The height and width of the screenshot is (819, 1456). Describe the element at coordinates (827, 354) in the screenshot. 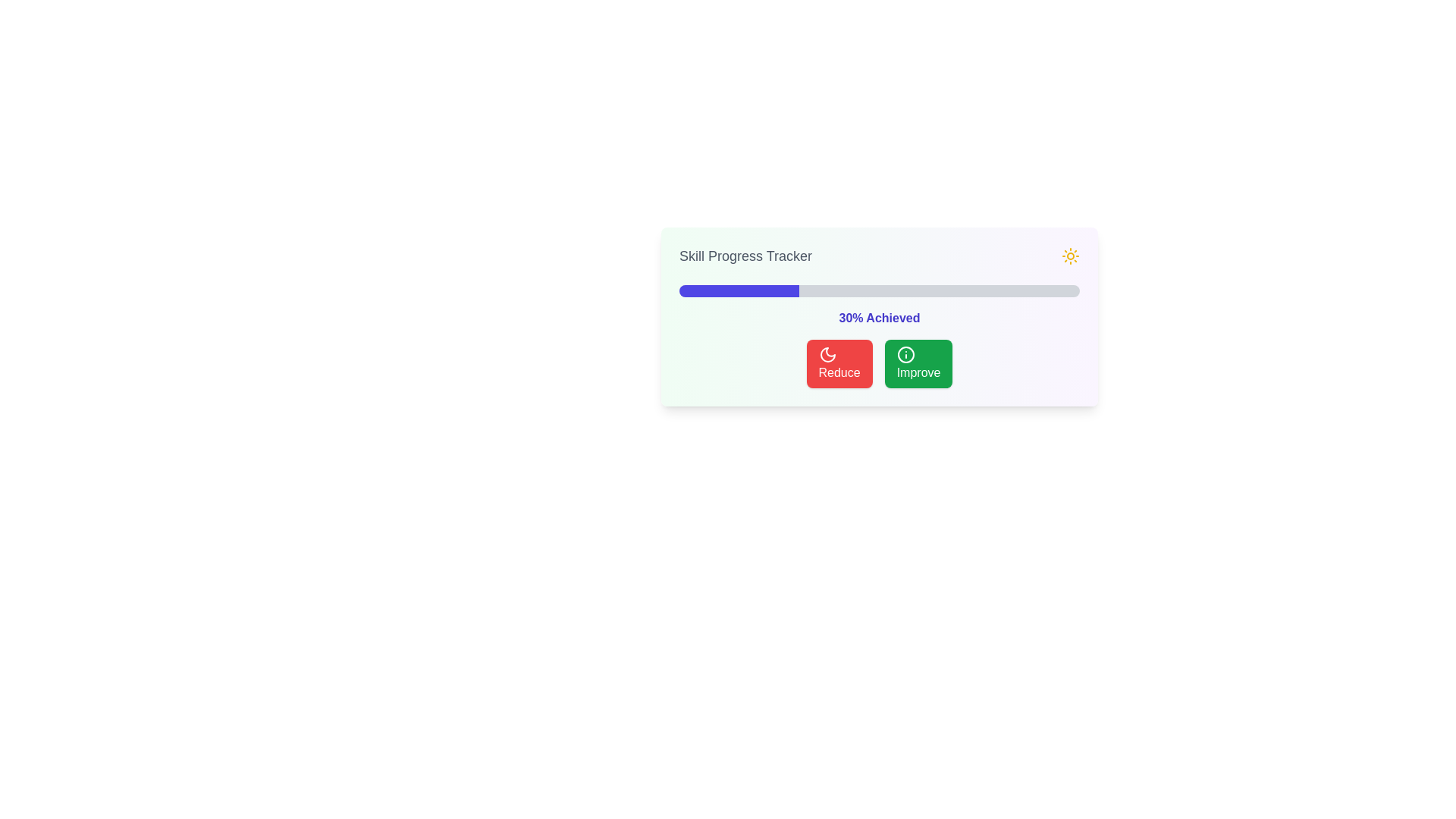

I see `the moon SVG icon located within the 'Reduce' button at the bottom-left of the card UI element` at that location.